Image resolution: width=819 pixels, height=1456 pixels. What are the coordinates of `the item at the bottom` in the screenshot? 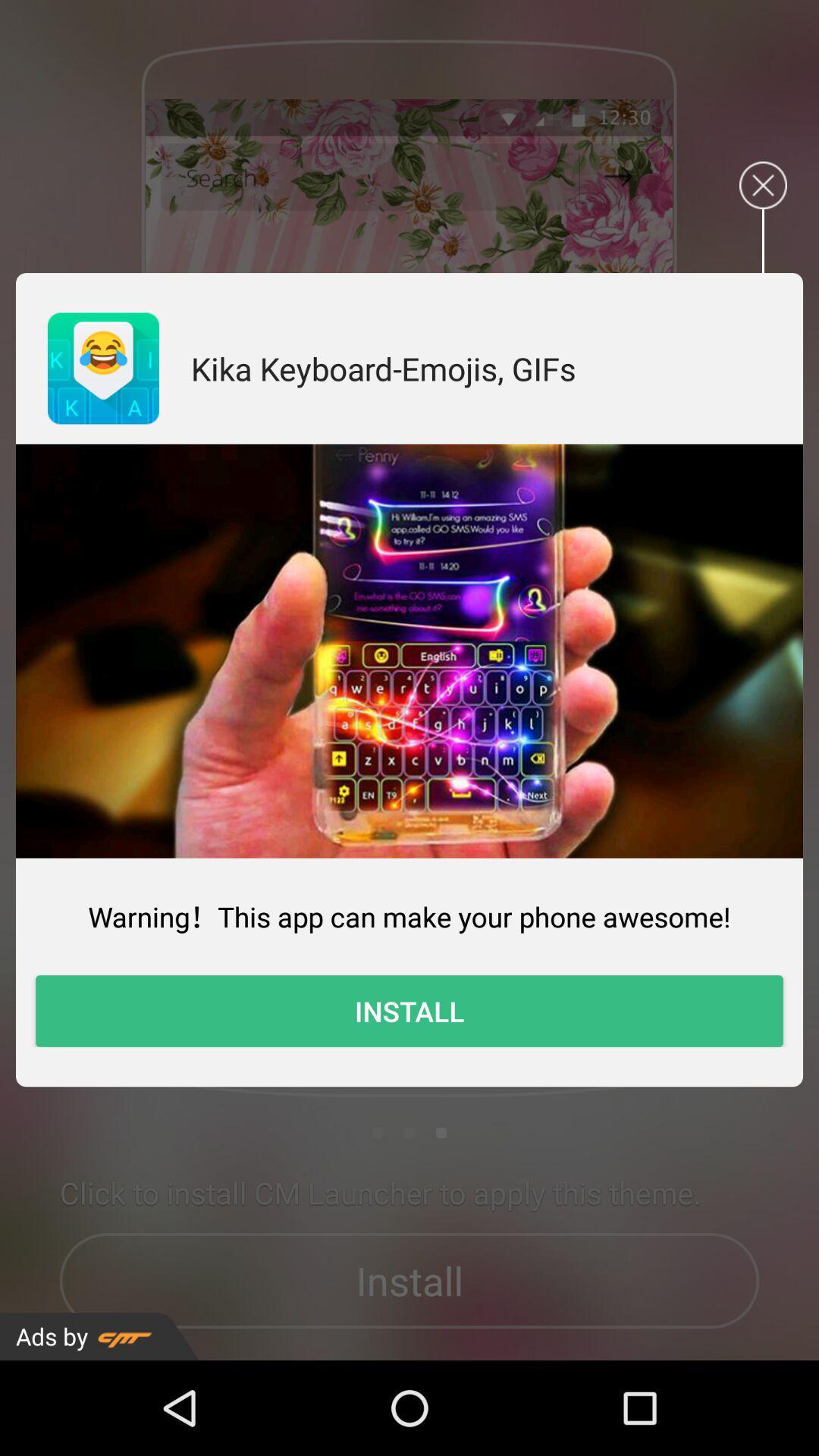 It's located at (409, 1011).